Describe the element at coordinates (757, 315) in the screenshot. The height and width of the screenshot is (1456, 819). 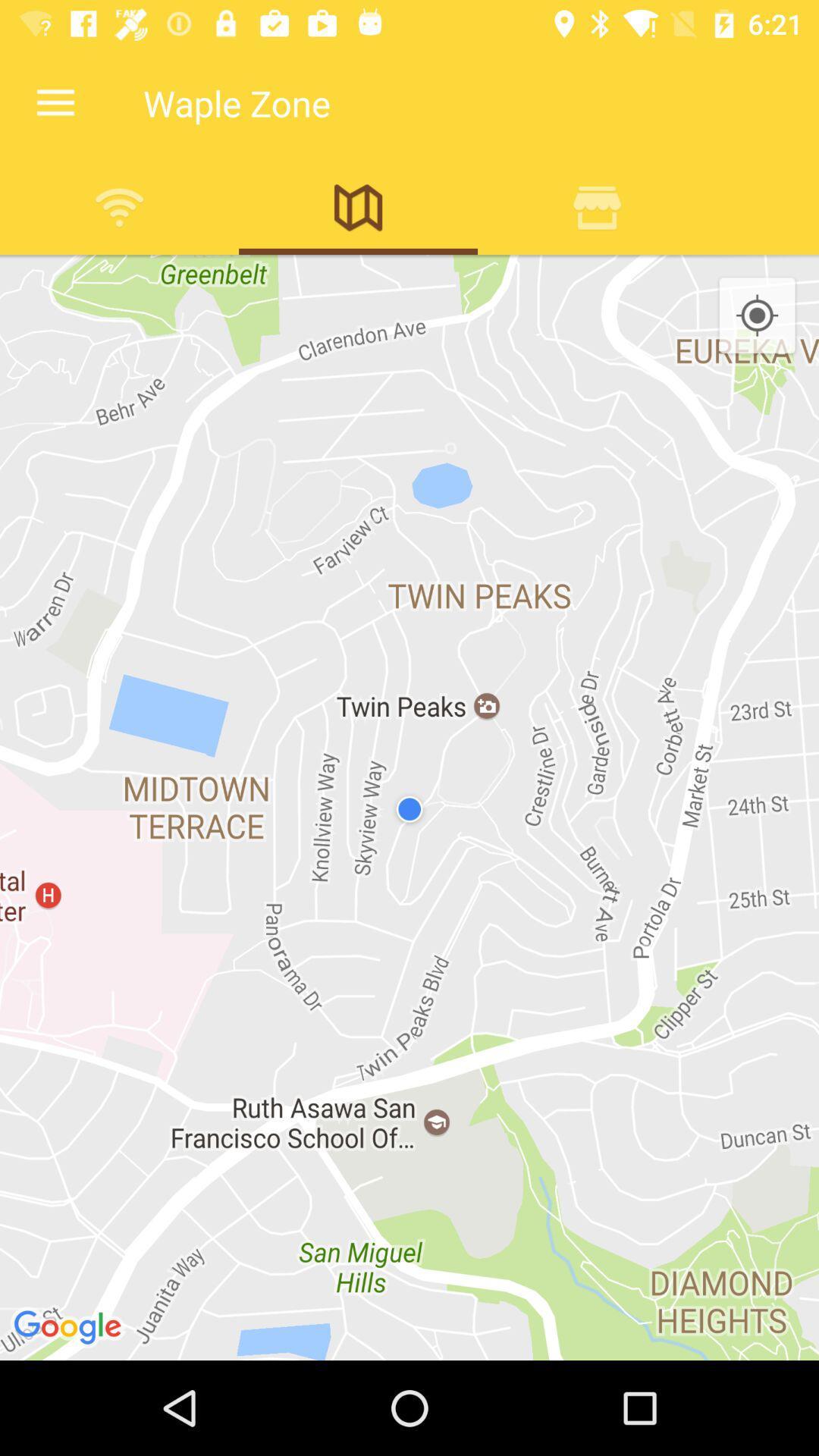
I see `the location_crosshair icon` at that location.